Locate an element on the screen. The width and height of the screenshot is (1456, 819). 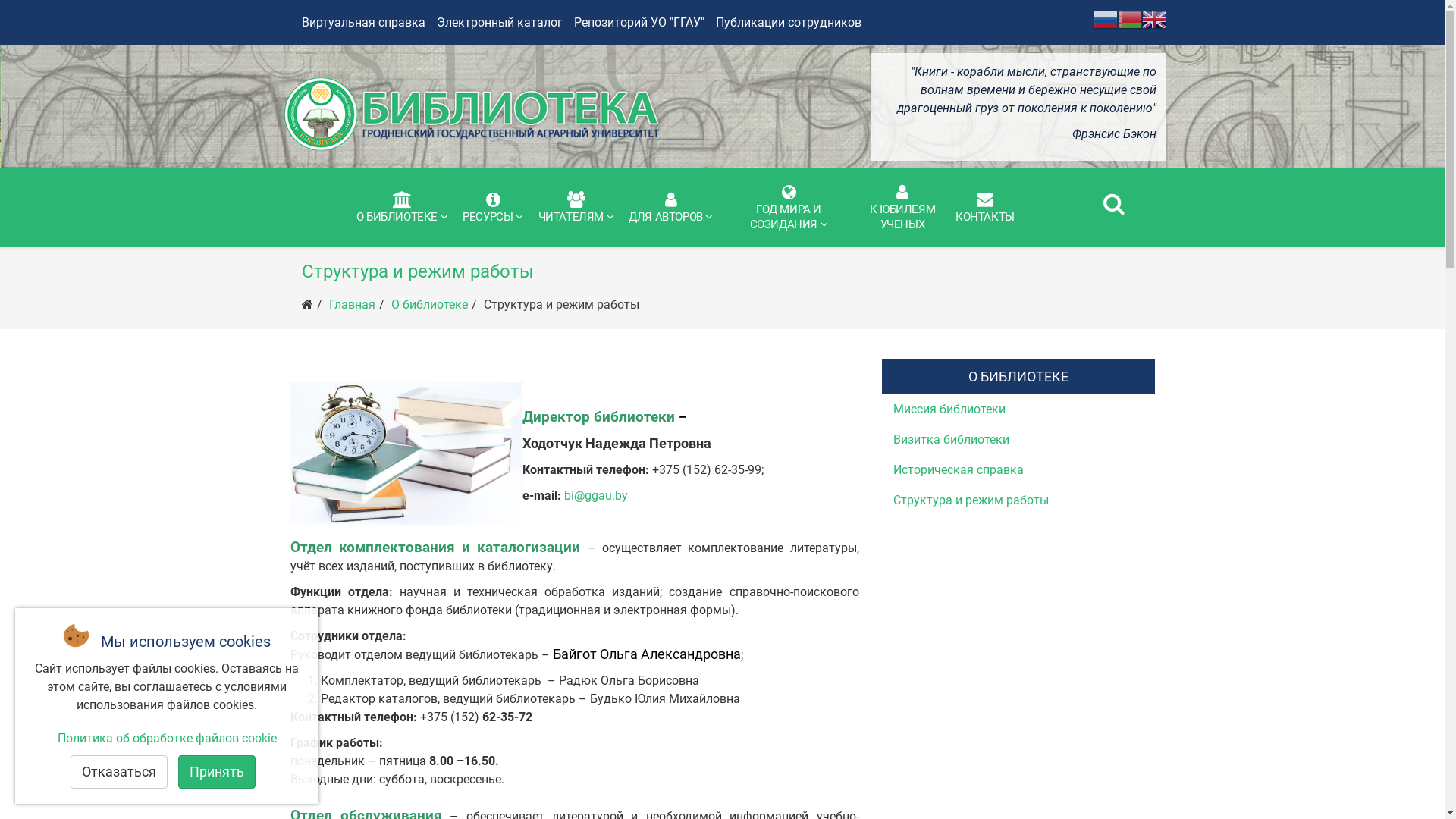
'English' is located at coordinates (1153, 18).